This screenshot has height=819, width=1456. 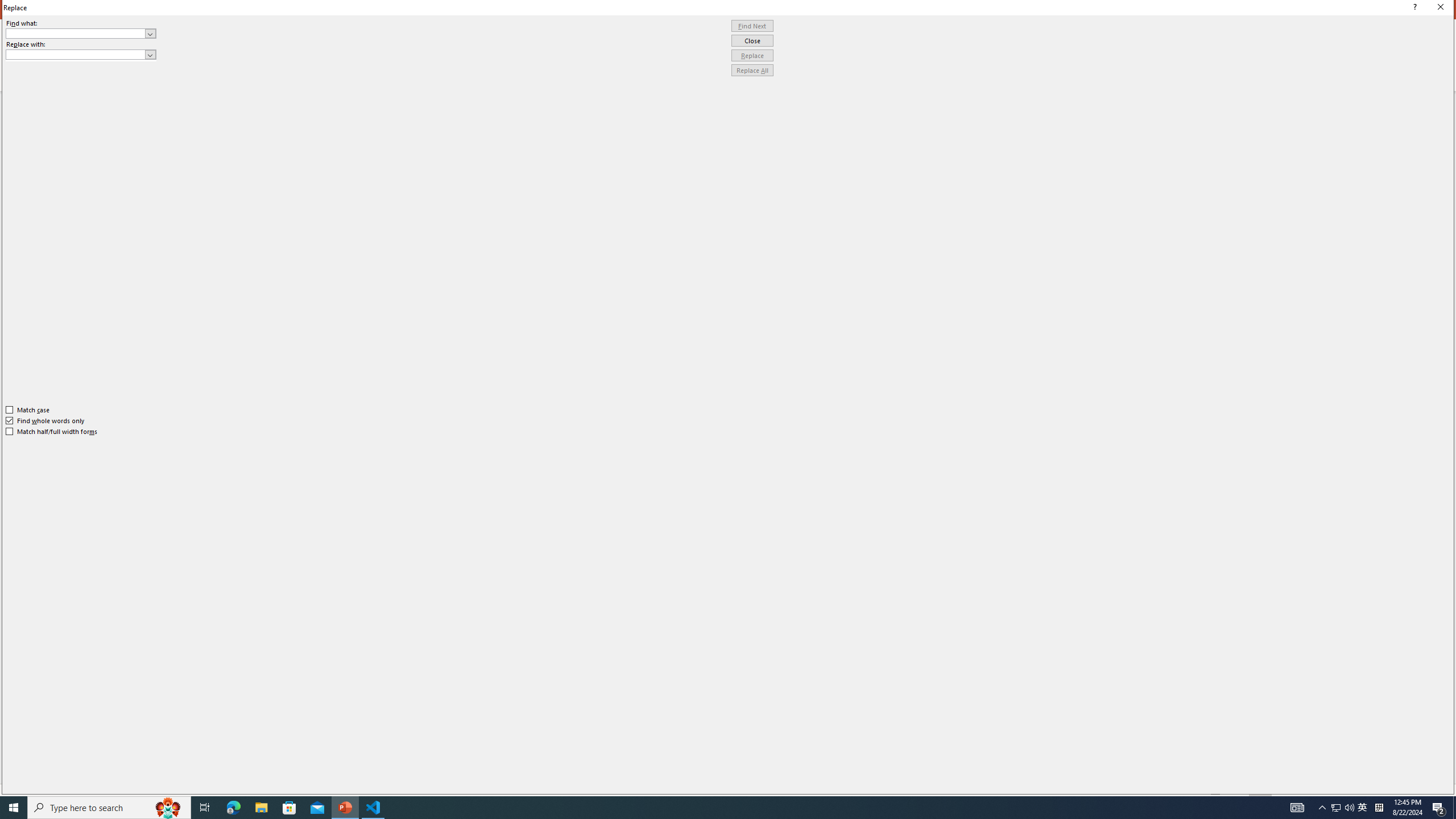 What do you see at coordinates (81, 33) in the screenshot?
I see `'Find what'` at bounding box center [81, 33].